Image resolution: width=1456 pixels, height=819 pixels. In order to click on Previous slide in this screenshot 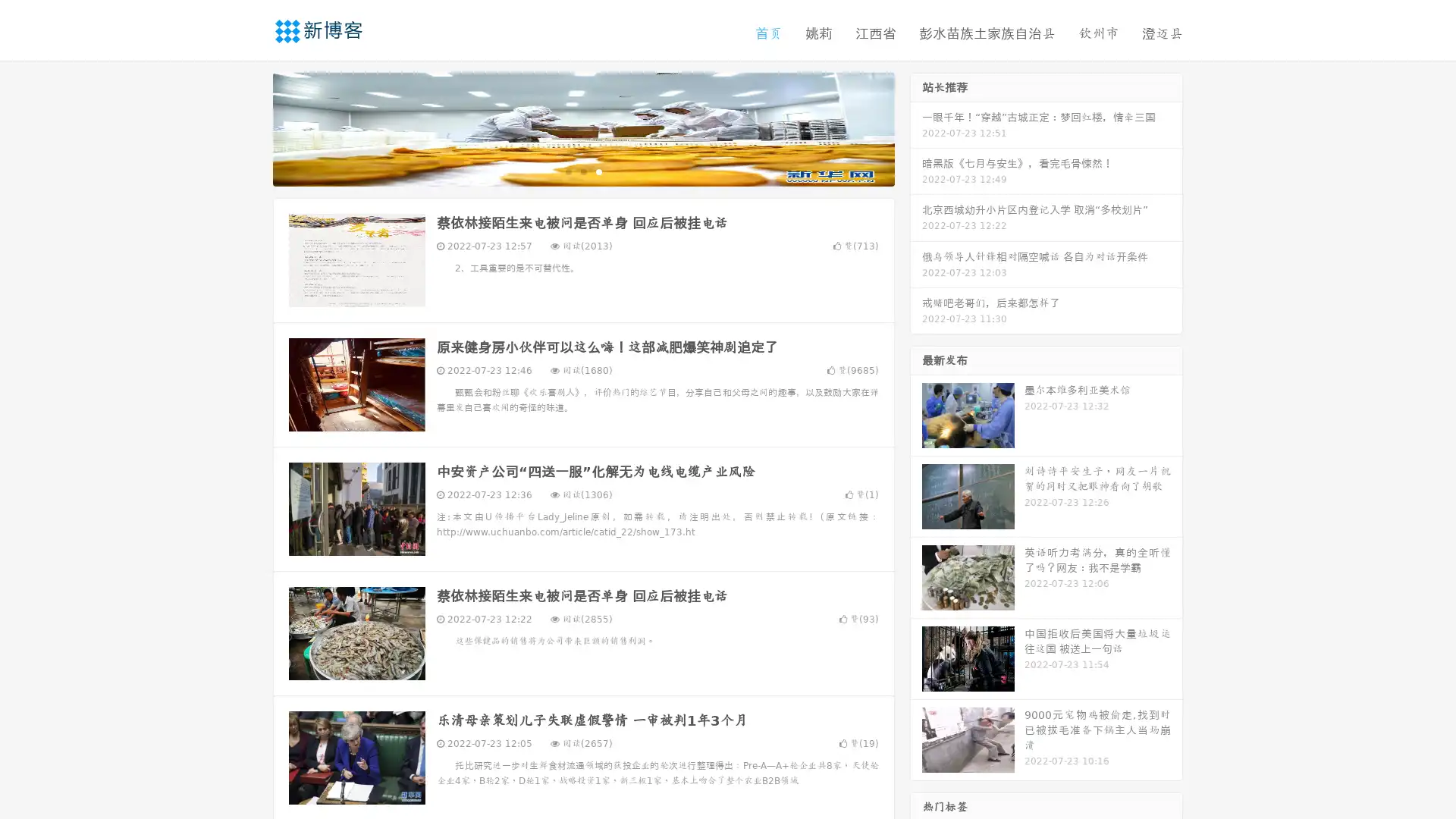, I will do `click(250, 127)`.